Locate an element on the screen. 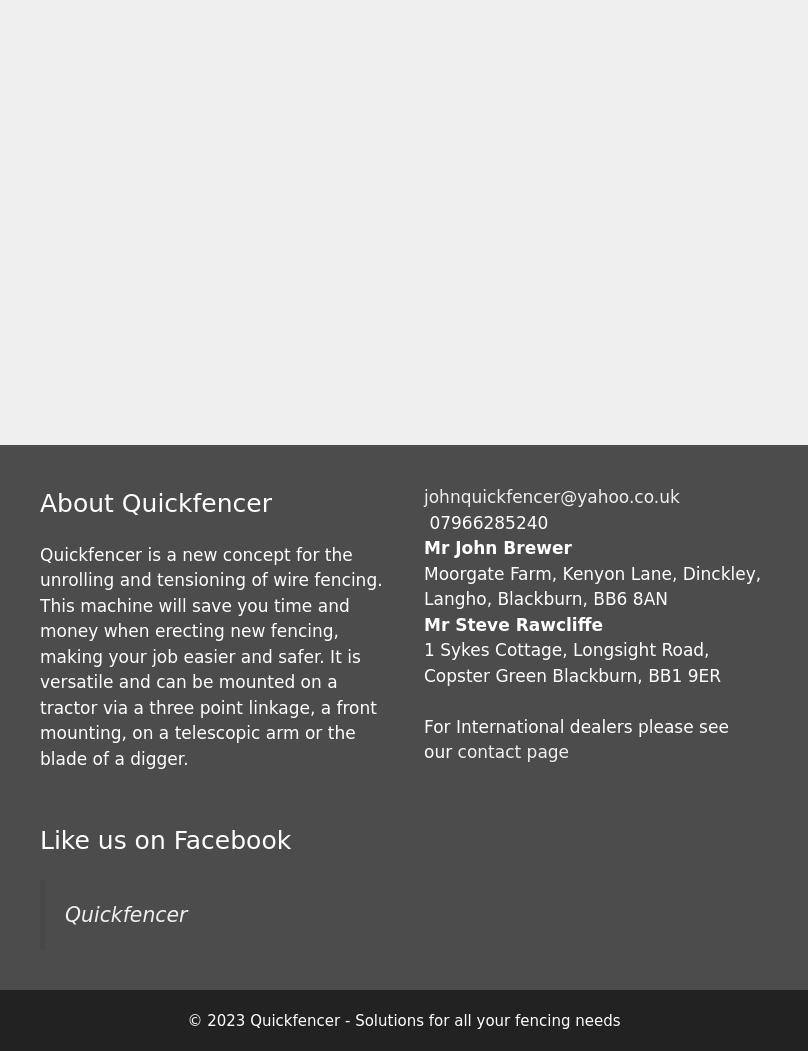 This screenshot has width=808, height=1051. 'Mr Steve Rawcliffe' is located at coordinates (424, 622).